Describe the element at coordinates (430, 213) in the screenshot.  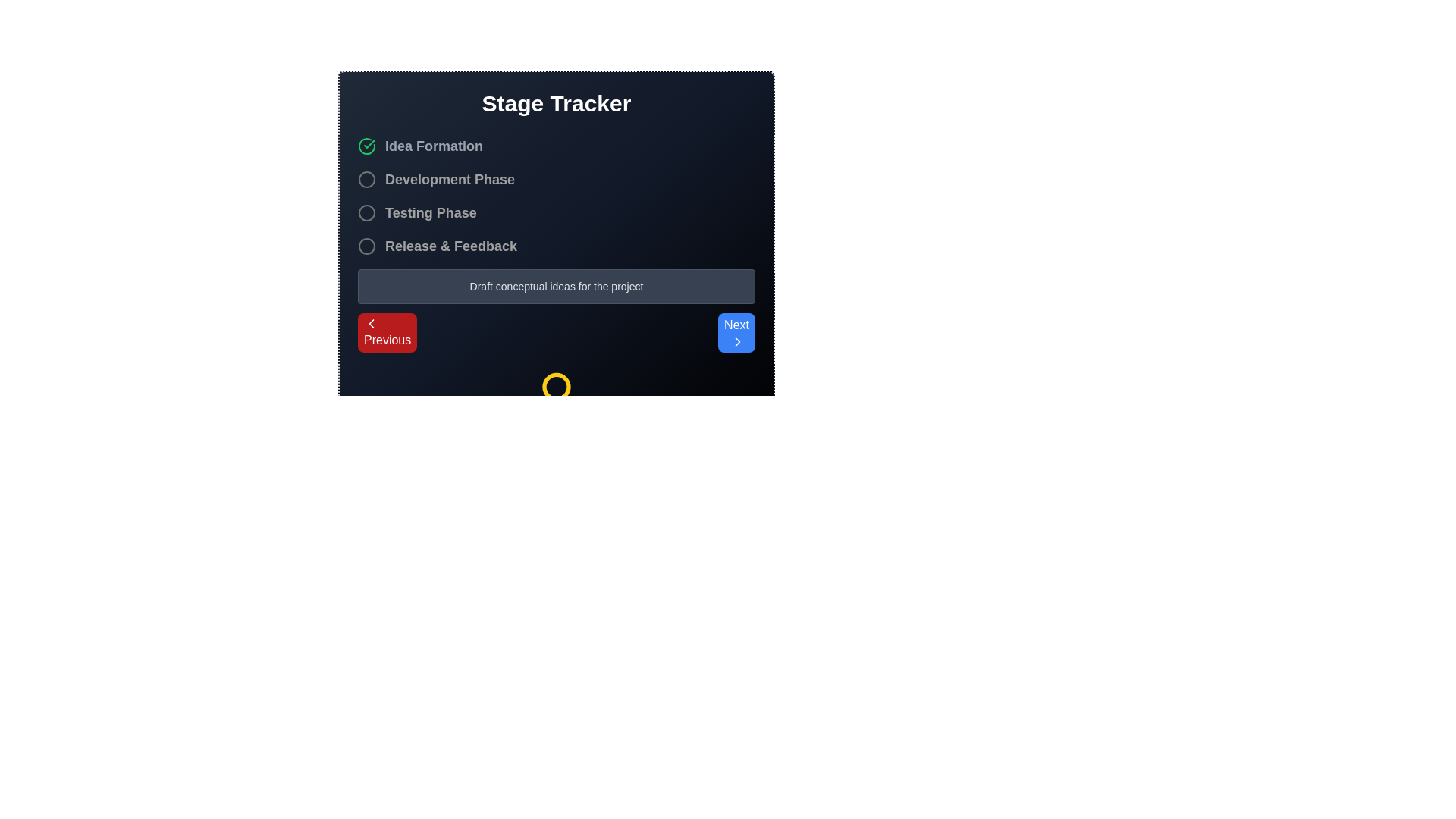
I see `the static text label displaying 'Testing Phase', which is the third item in a vertical list of labeled items` at that location.